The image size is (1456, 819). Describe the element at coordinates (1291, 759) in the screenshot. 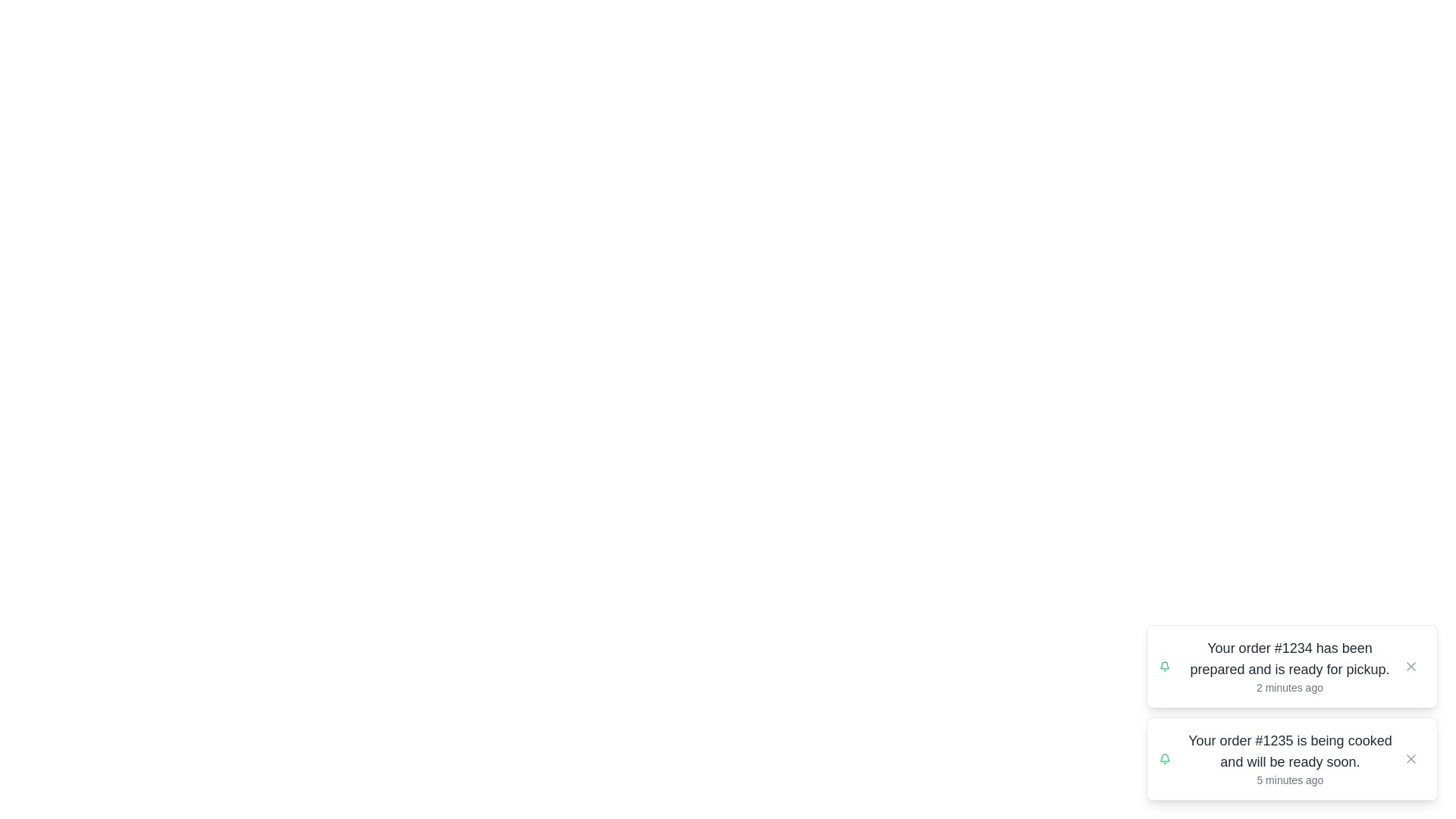

I see `the second notification card located in the bottom-right corner of the page, which has a white background, rounded corners, and contains a green bell icon at the top left` at that location.